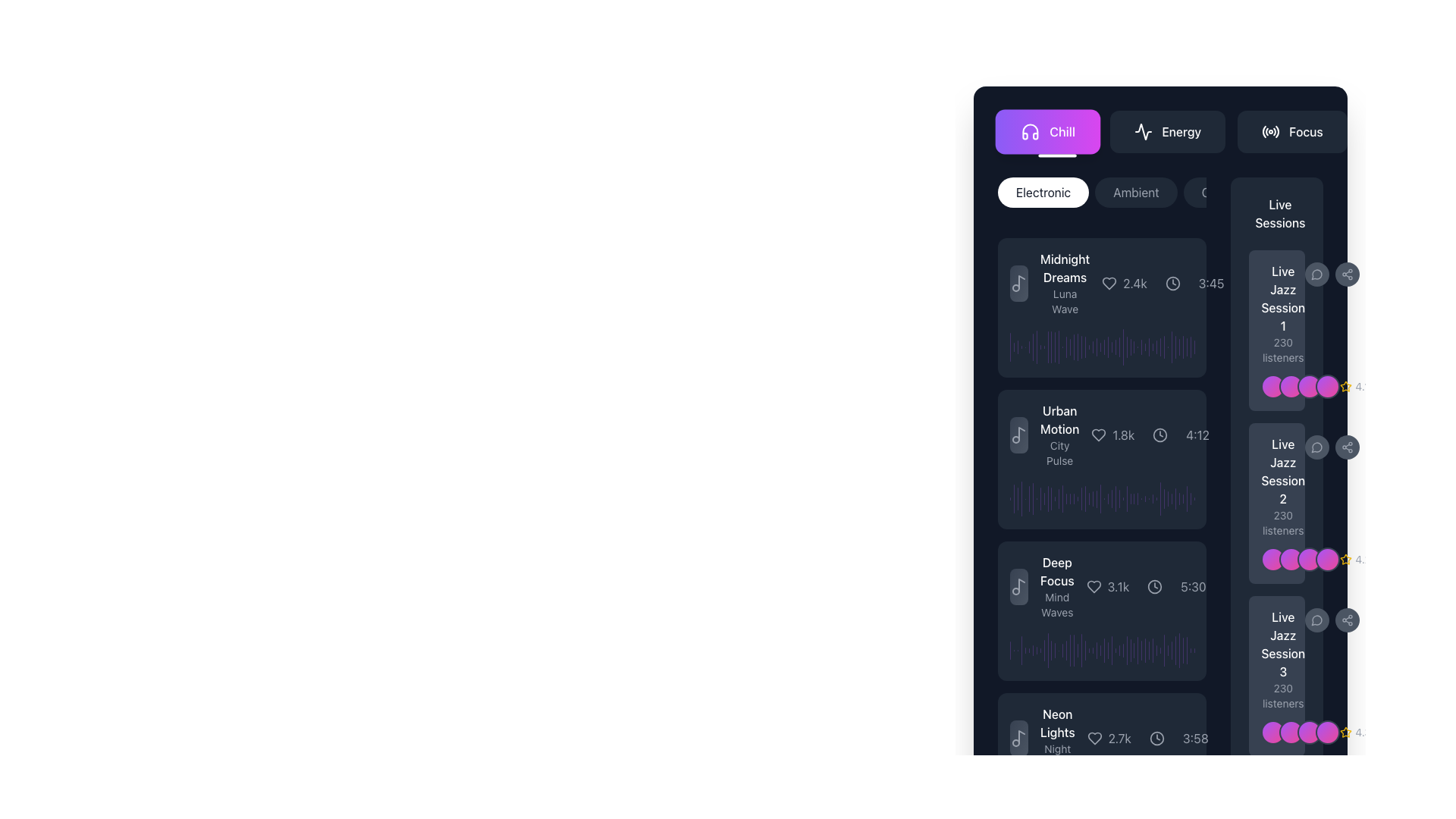  Describe the element at coordinates (1291, 385) in the screenshot. I see `the second circular decorative element with a gradient color transitioning from purple to pink, enclosed by a bold gray border, located next to the 'Live Jazz Session 1' block` at that location.